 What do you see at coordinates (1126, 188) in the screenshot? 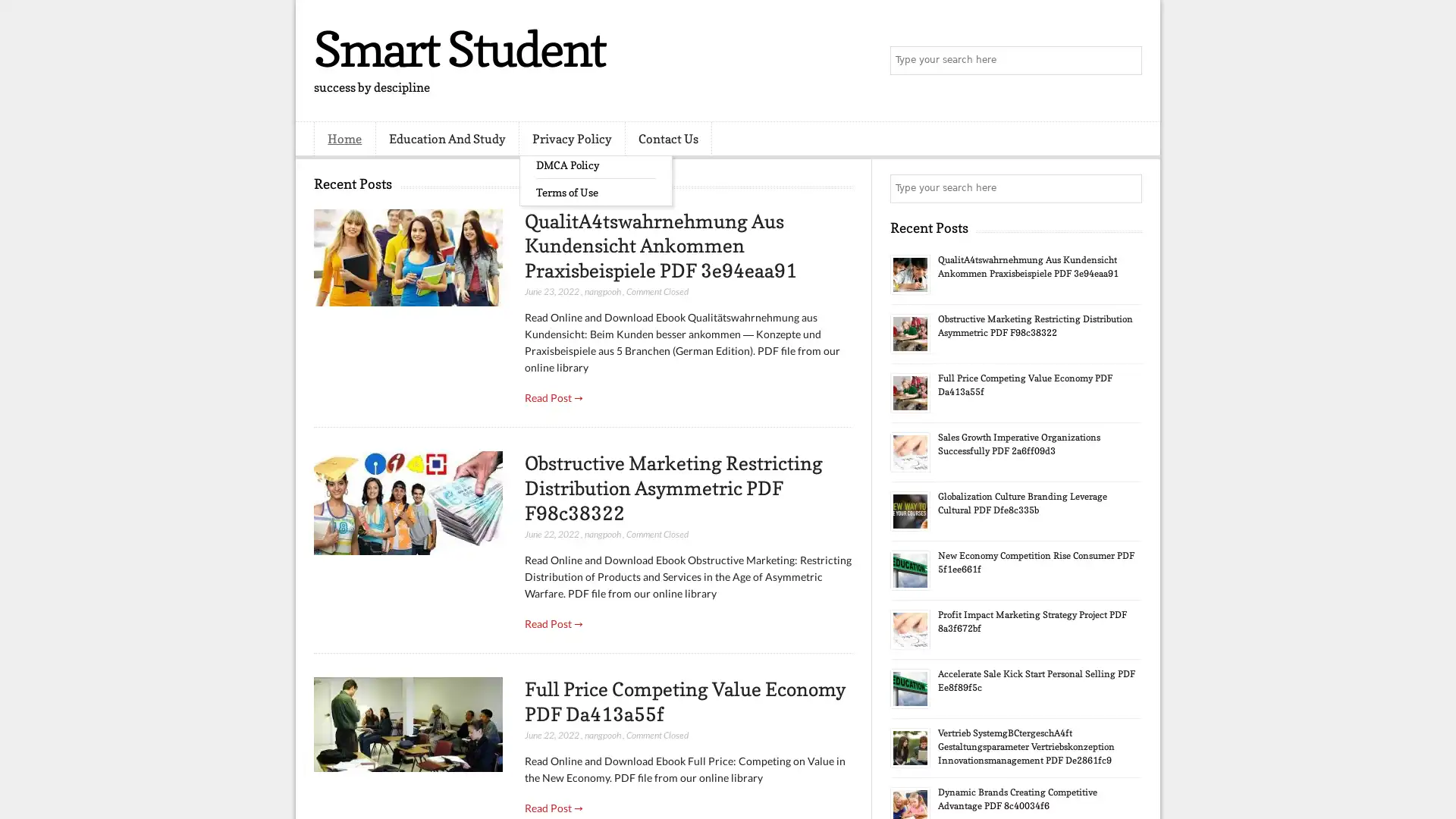
I see `Search` at bounding box center [1126, 188].